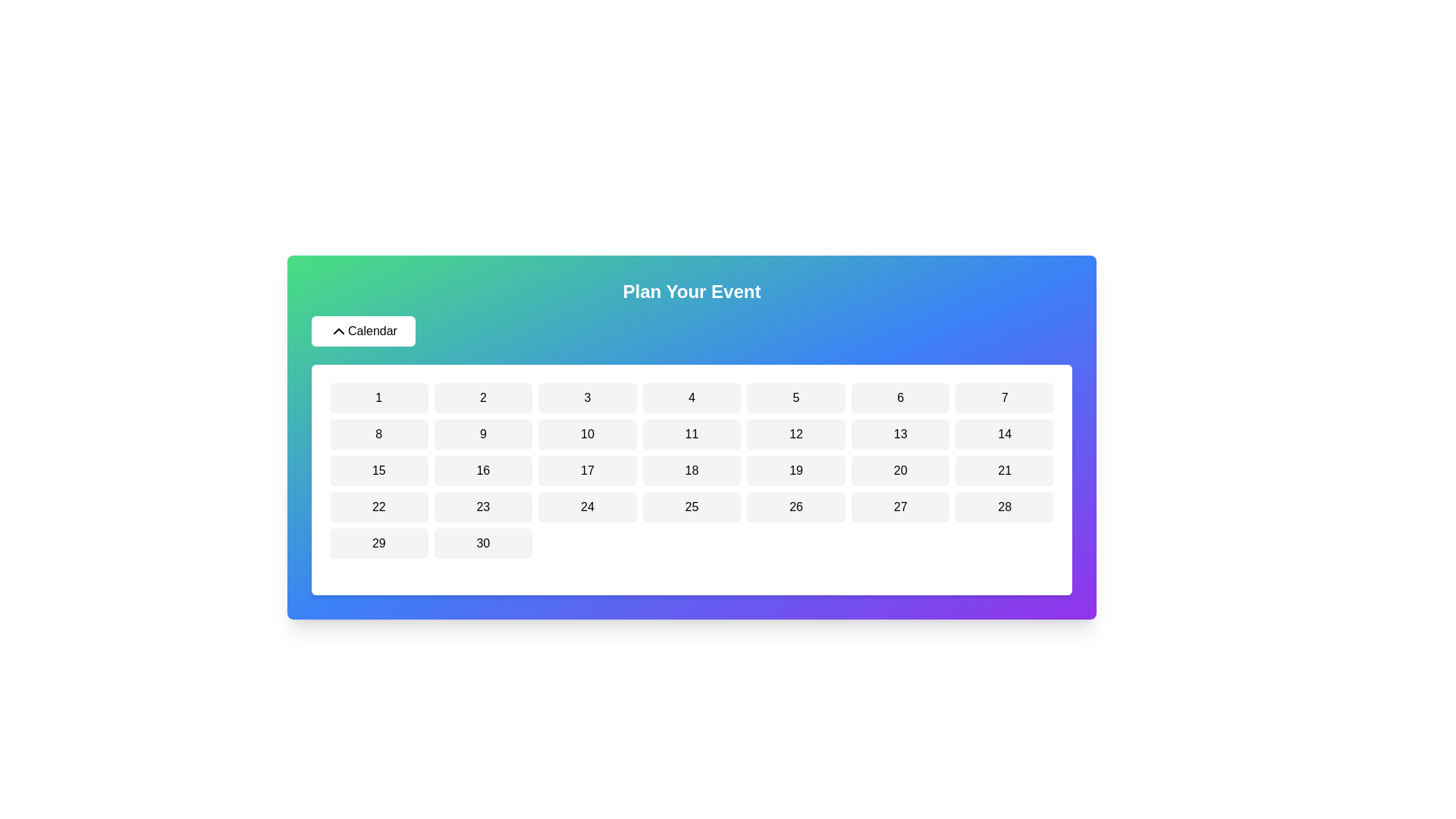 The width and height of the screenshot is (1456, 819). I want to click on the rectangular button with a light gray background labeled '4', so click(691, 397).